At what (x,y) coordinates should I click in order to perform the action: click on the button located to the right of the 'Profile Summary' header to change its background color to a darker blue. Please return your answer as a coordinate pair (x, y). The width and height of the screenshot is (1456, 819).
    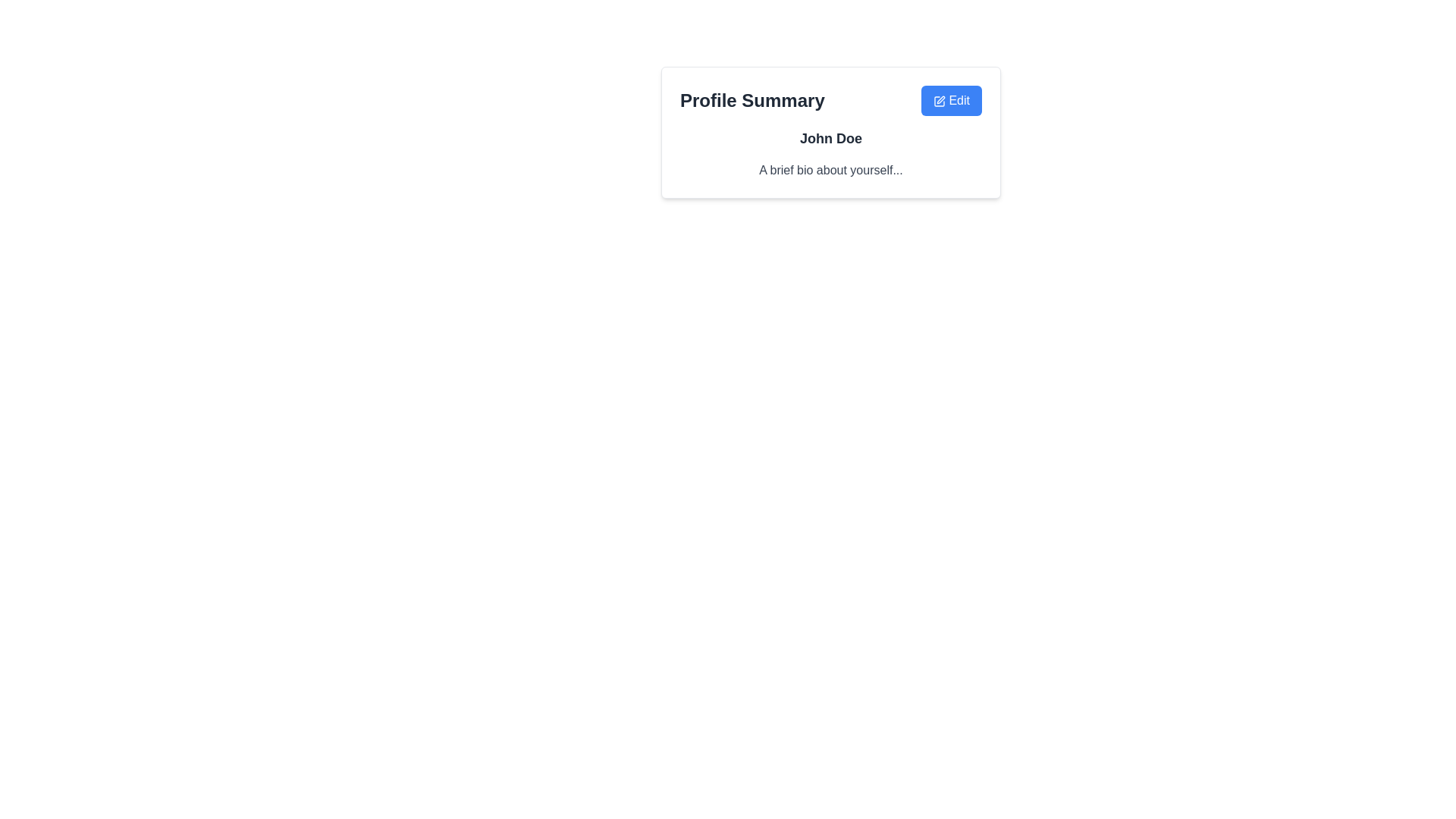
    Looking at the image, I should click on (950, 100).